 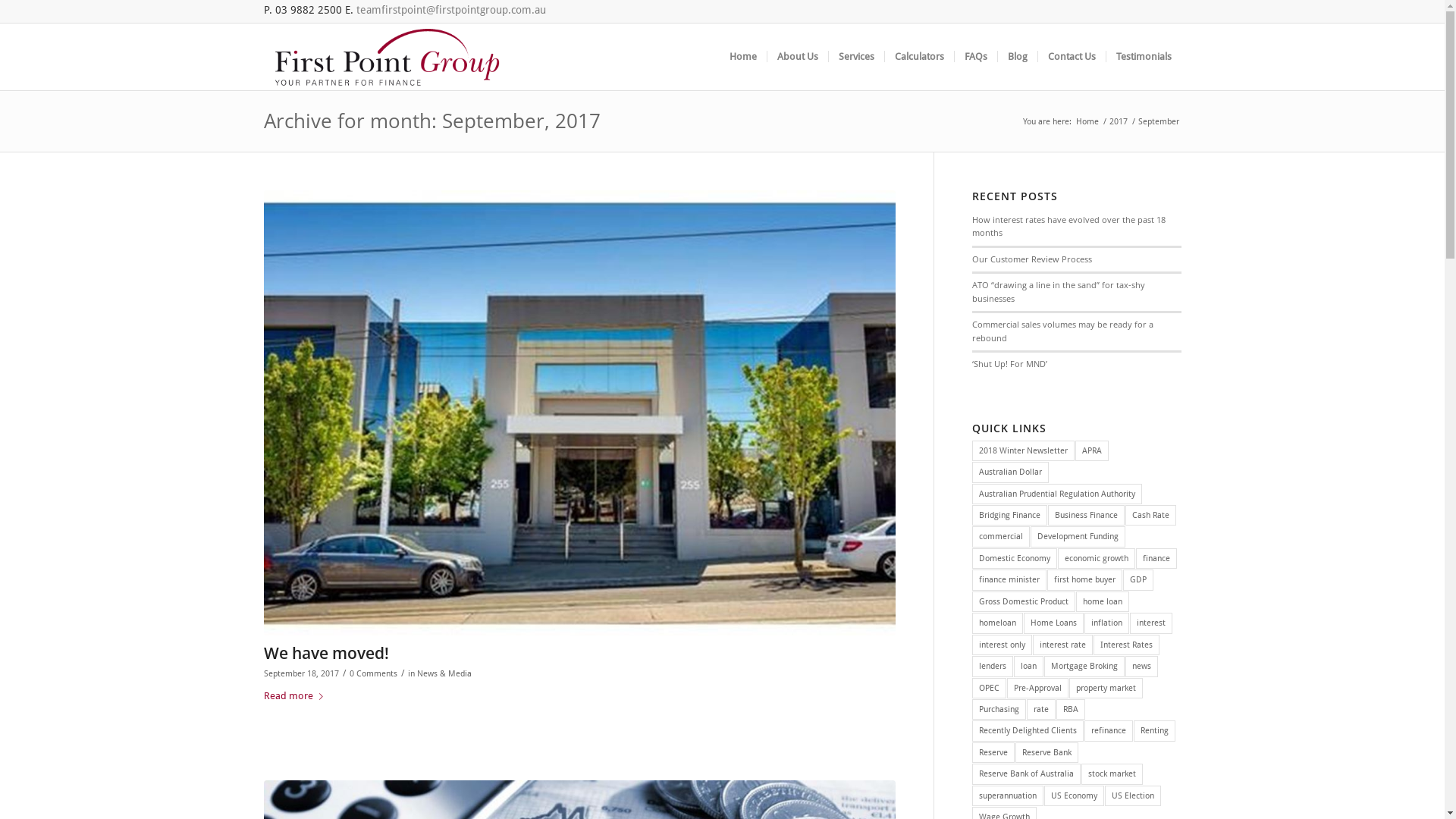 What do you see at coordinates (1015, 558) in the screenshot?
I see `'Domestic Economy'` at bounding box center [1015, 558].